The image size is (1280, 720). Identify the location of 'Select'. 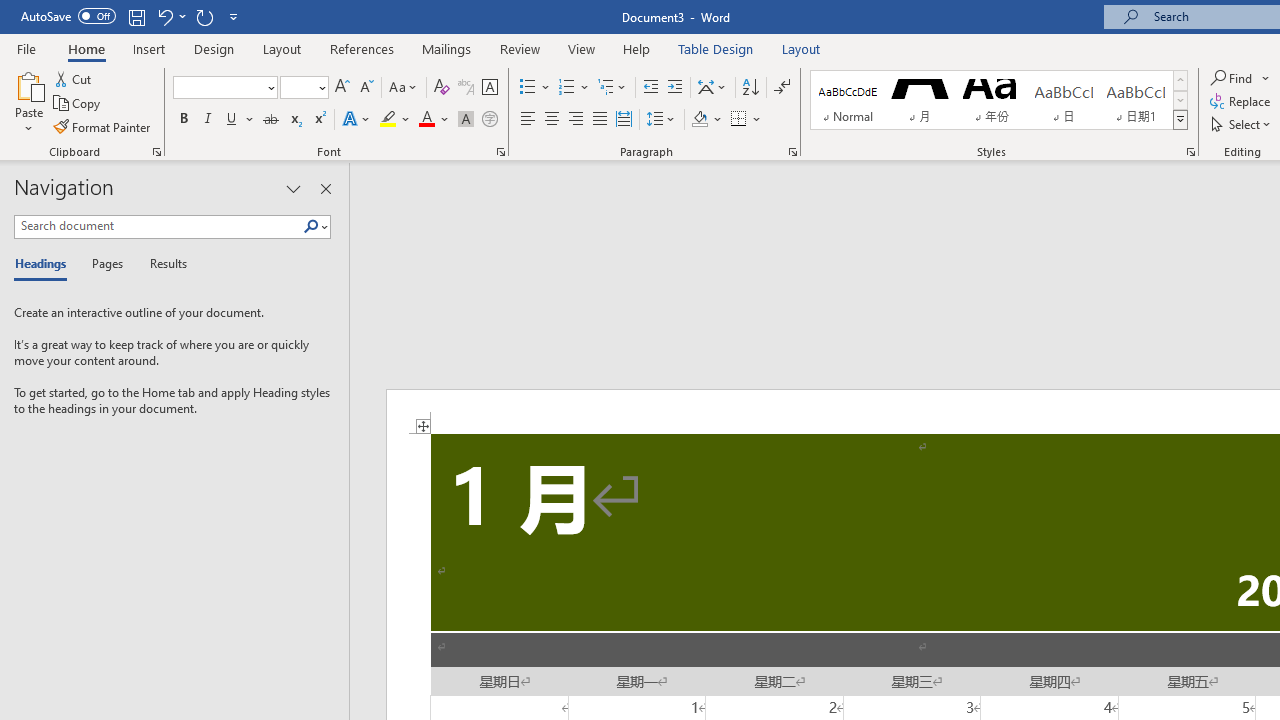
(1241, 124).